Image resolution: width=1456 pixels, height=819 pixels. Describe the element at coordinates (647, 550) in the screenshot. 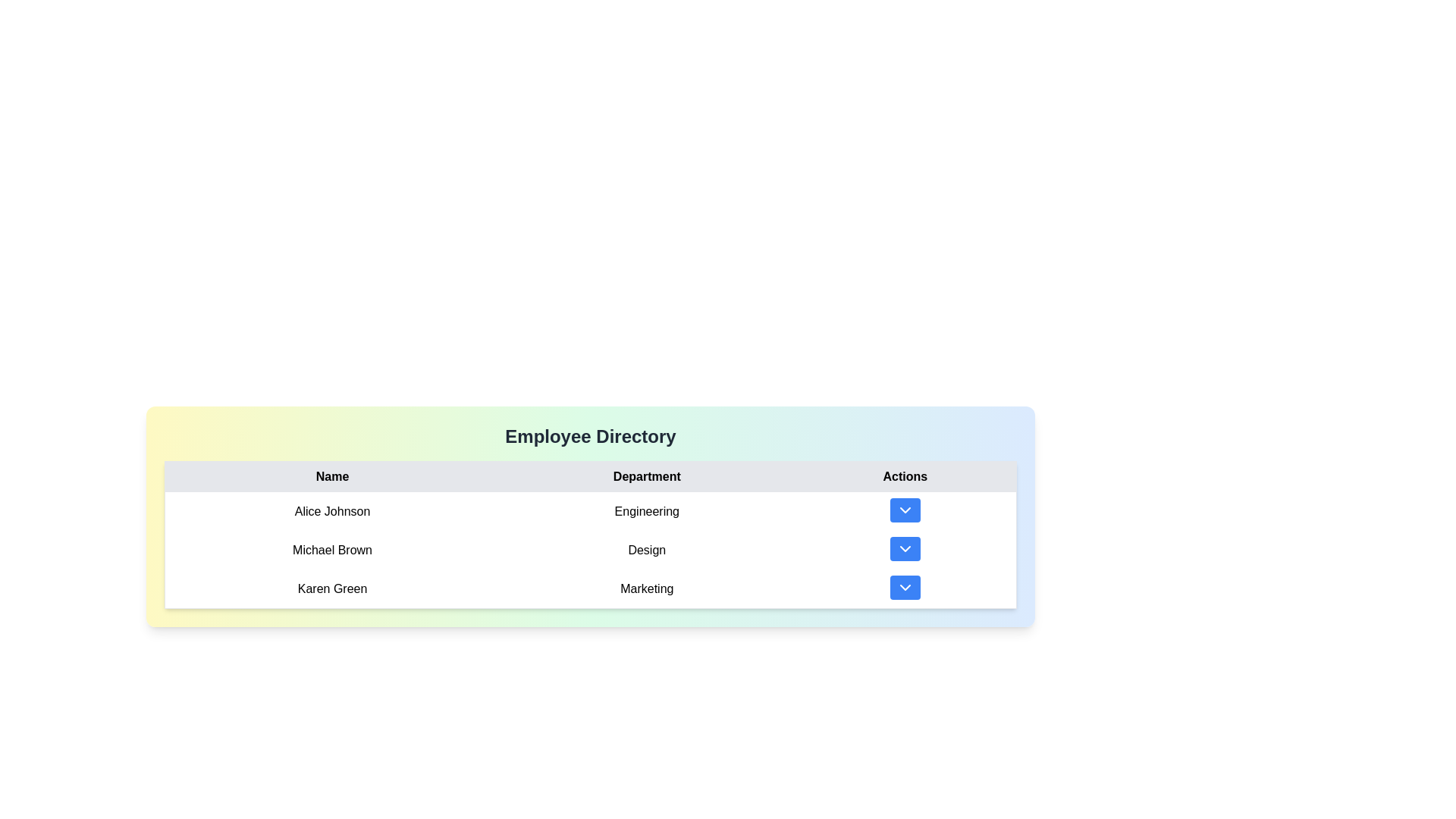

I see `the text label displaying 'Design' in the Department column for the row associated with 'Michael Brown', positioned between 'Engineering' and 'Marketing'` at that location.